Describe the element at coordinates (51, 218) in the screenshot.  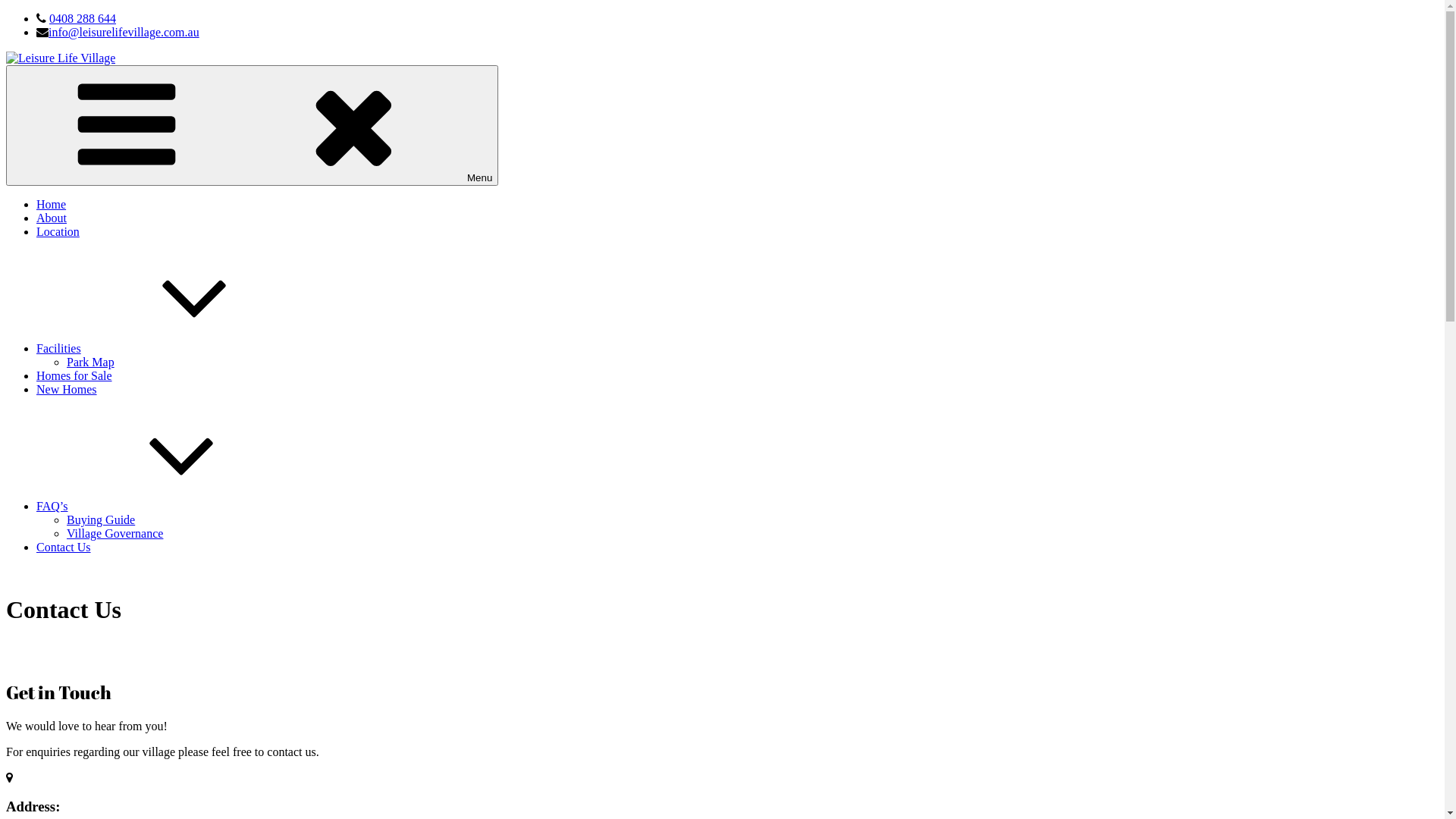
I see `'About'` at that location.